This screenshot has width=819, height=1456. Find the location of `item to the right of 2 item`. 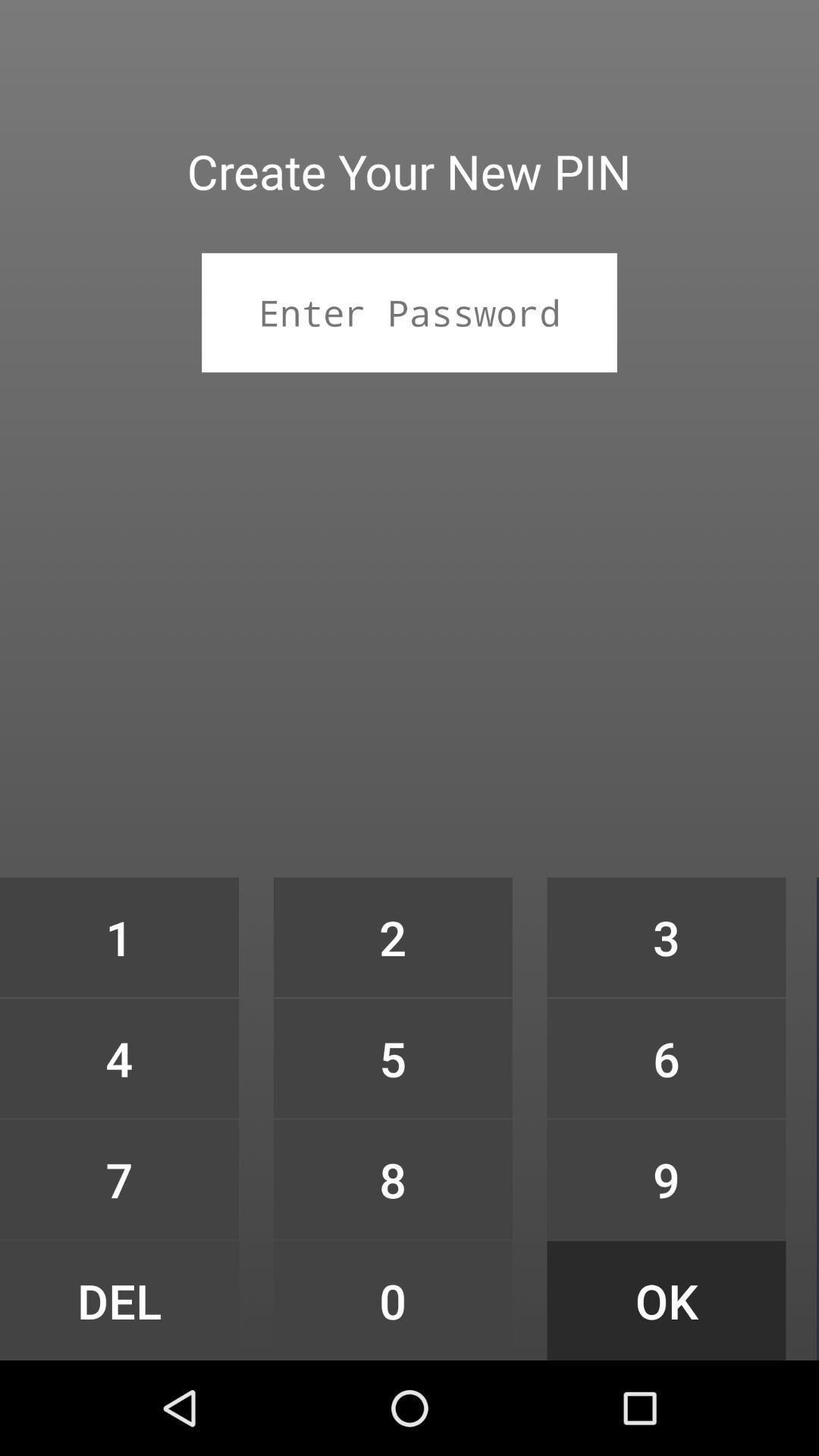

item to the right of 2 item is located at coordinates (666, 1057).